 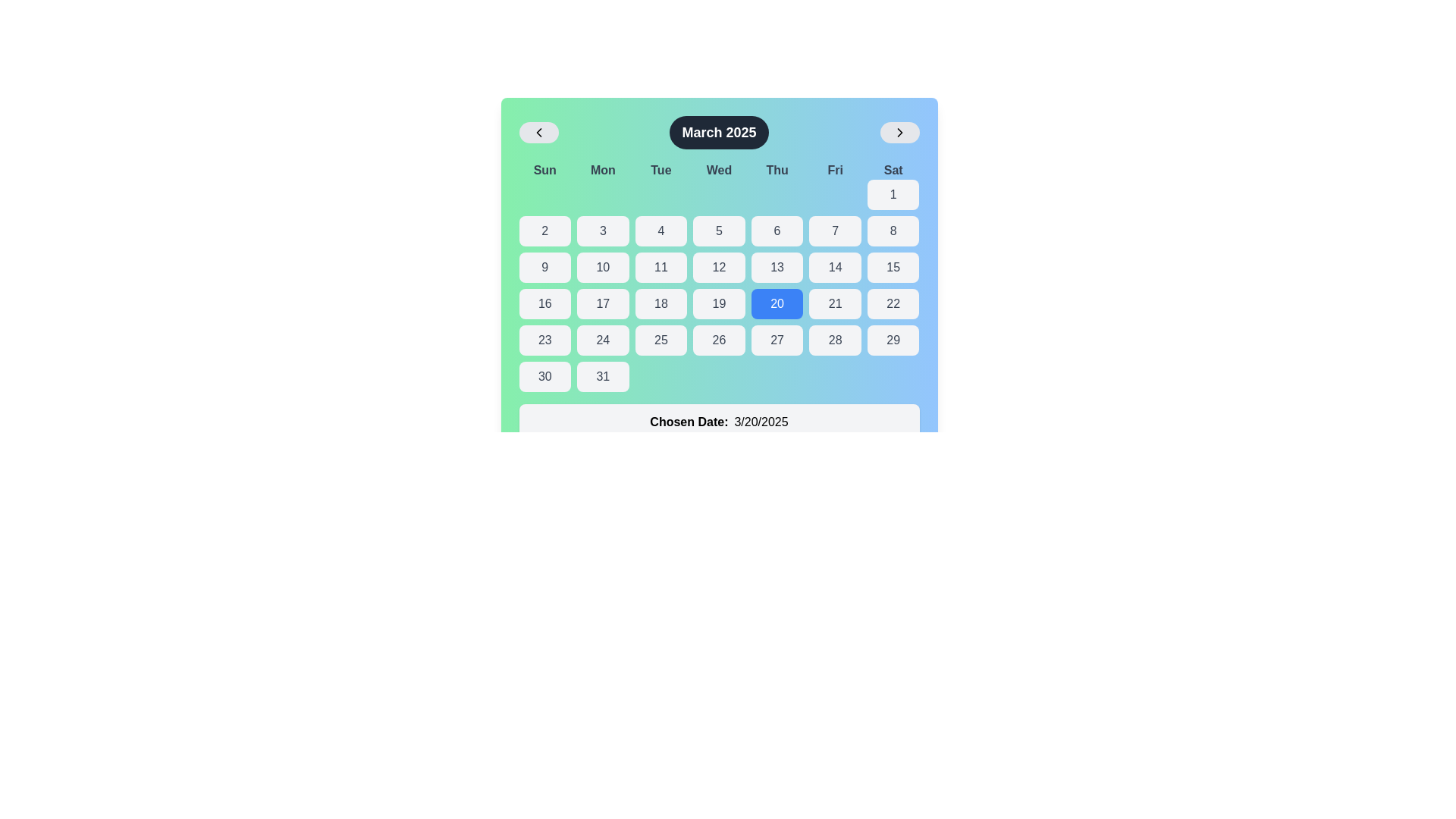 I want to click on the date selector button located at the center of the calendar grid representing the date 18, so click(x=661, y=304).